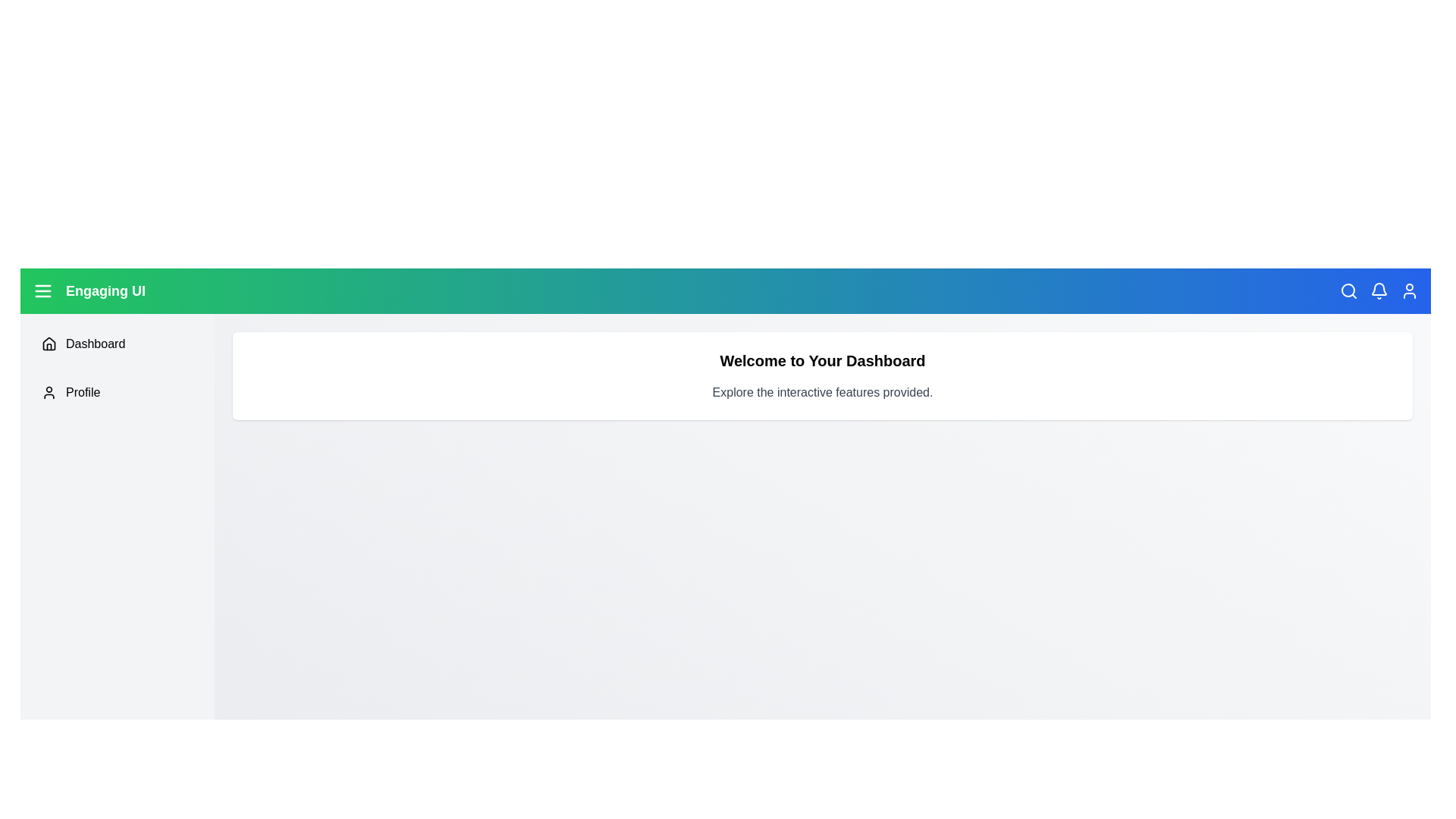 Image resolution: width=1456 pixels, height=819 pixels. Describe the element at coordinates (116, 344) in the screenshot. I see `the navigation item Dashboard in the sidebar` at that location.